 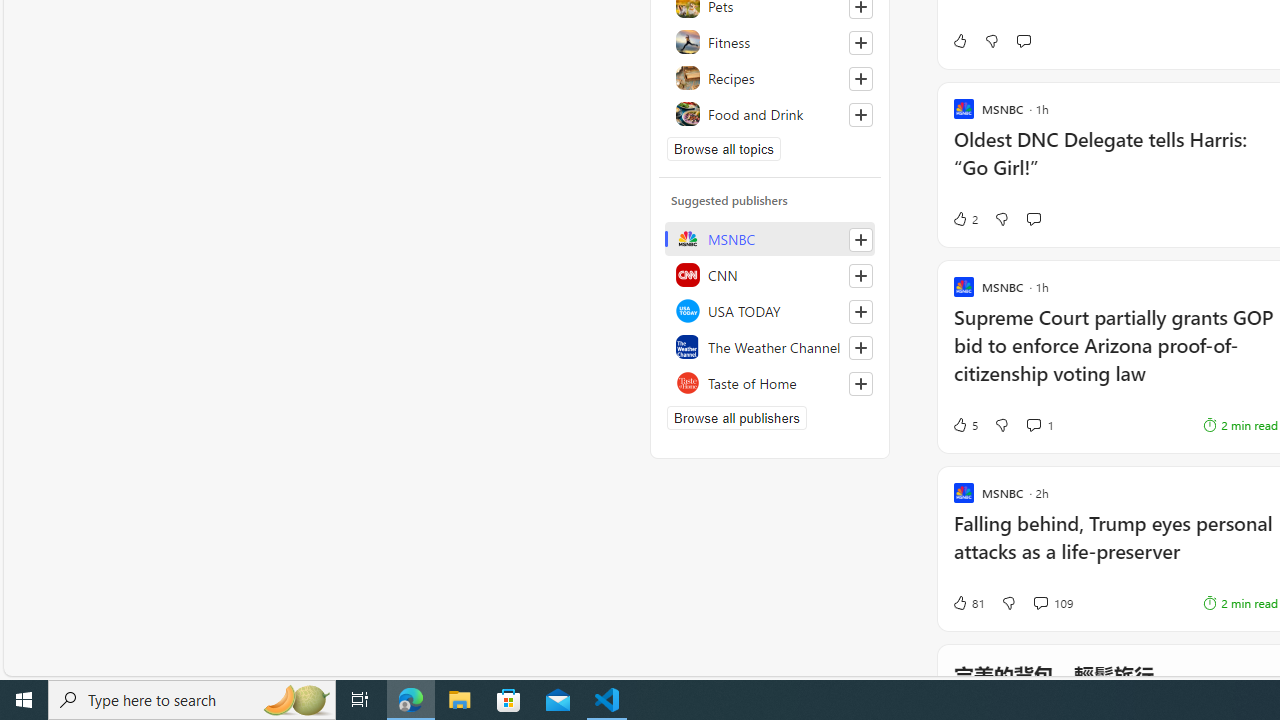 What do you see at coordinates (964, 424) in the screenshot?
I see `'5 Like'` at bounding box center [964, 424].